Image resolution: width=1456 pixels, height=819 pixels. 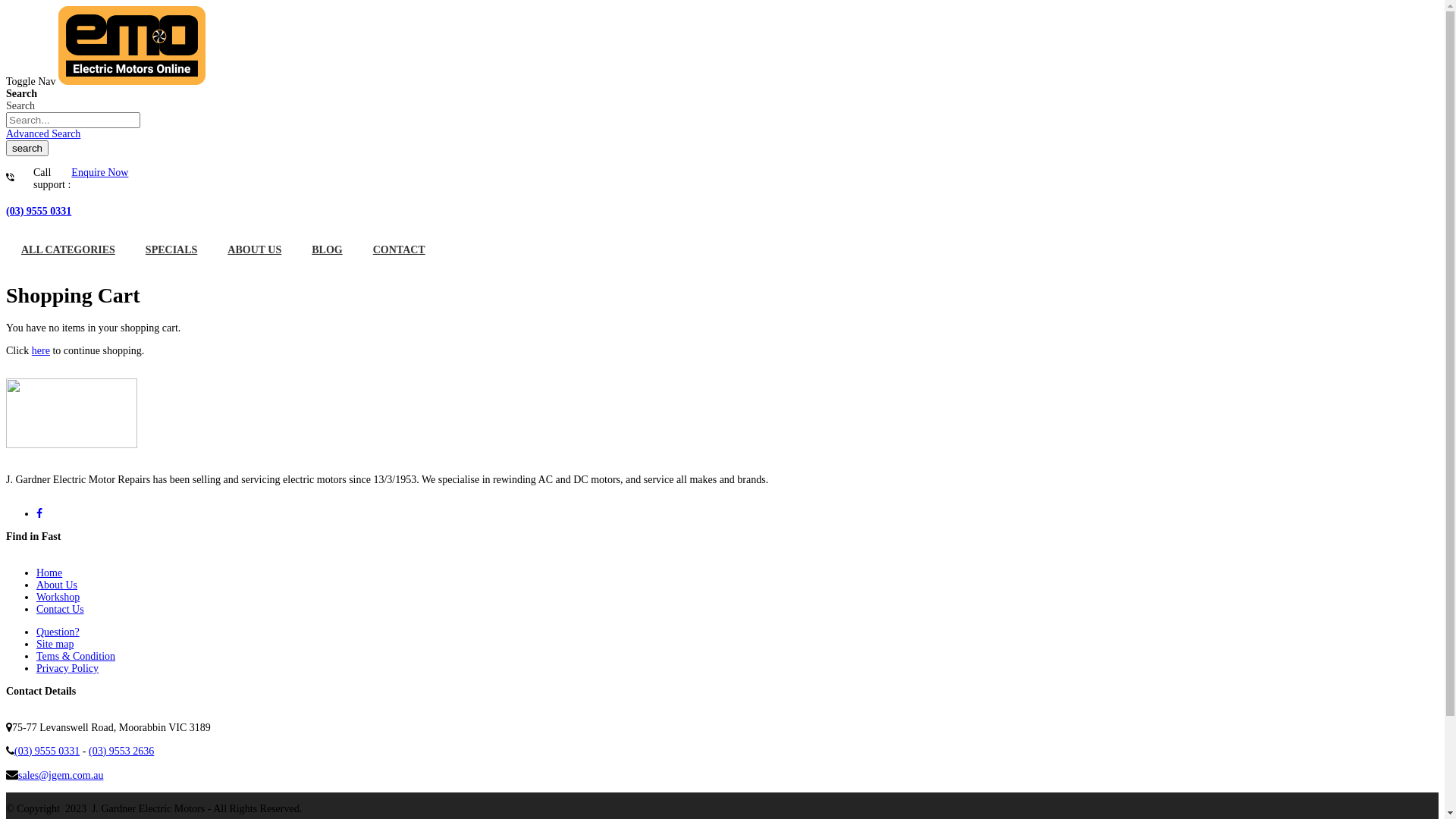 What do you see at coordinates (49, 573) in the screenshot?
I see `'Home'` at bounding box center [49, 573].